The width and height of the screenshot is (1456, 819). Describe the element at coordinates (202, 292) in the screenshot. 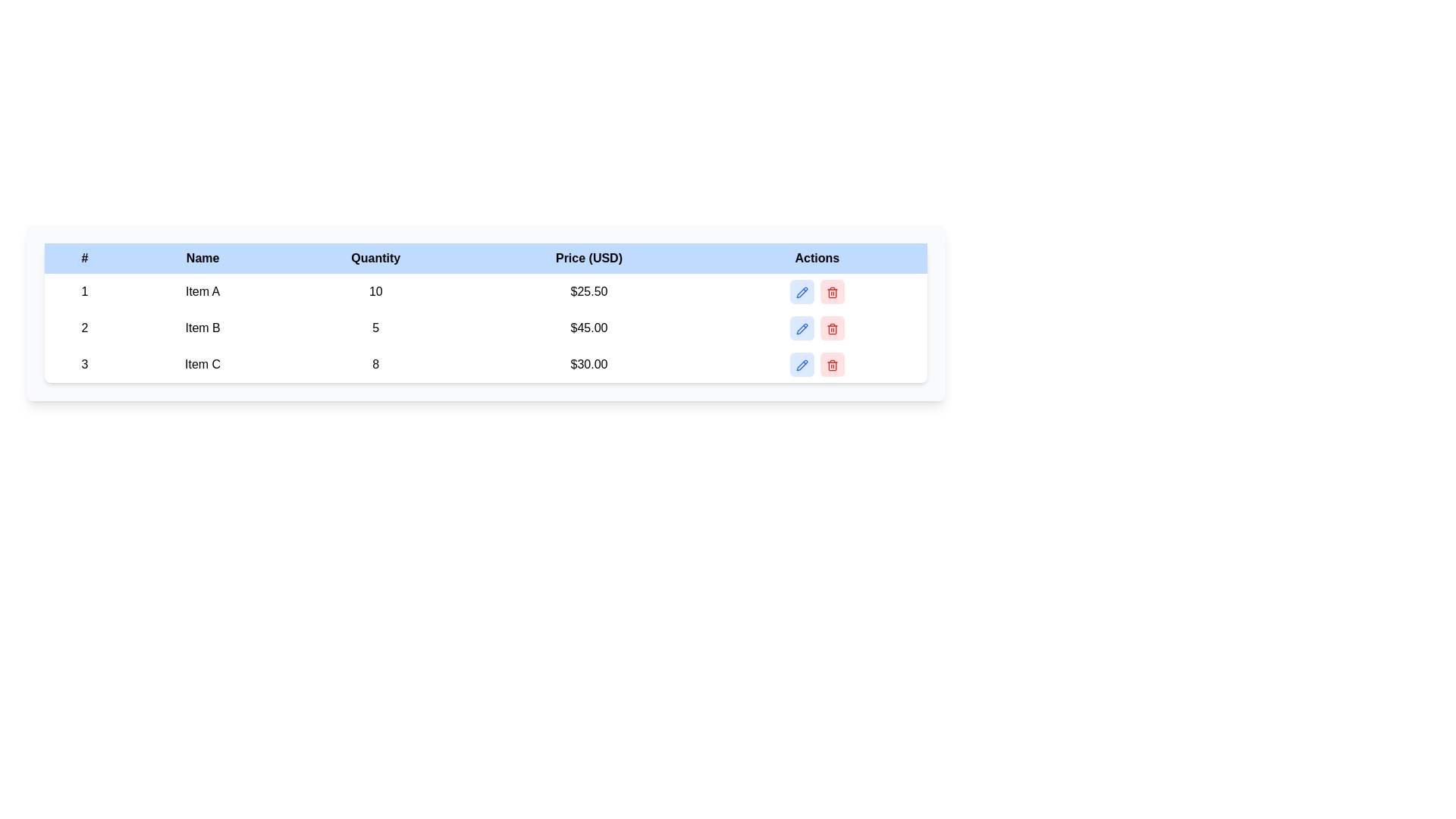

I see `the text label 'Item A' which is displayed in bold black font within the second column of the first row of a table, under the 'Name' header` at that location.